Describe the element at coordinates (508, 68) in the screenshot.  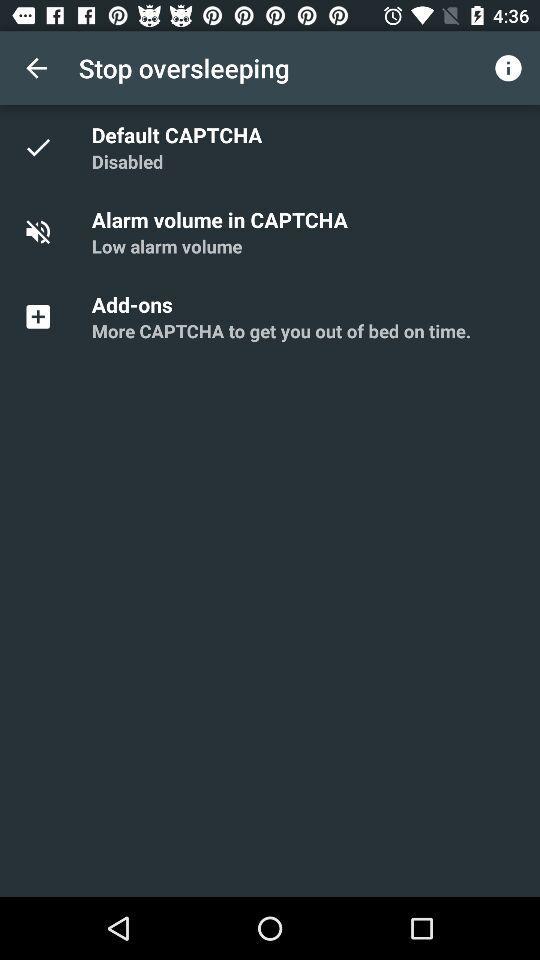
I see `the information button` at that location.